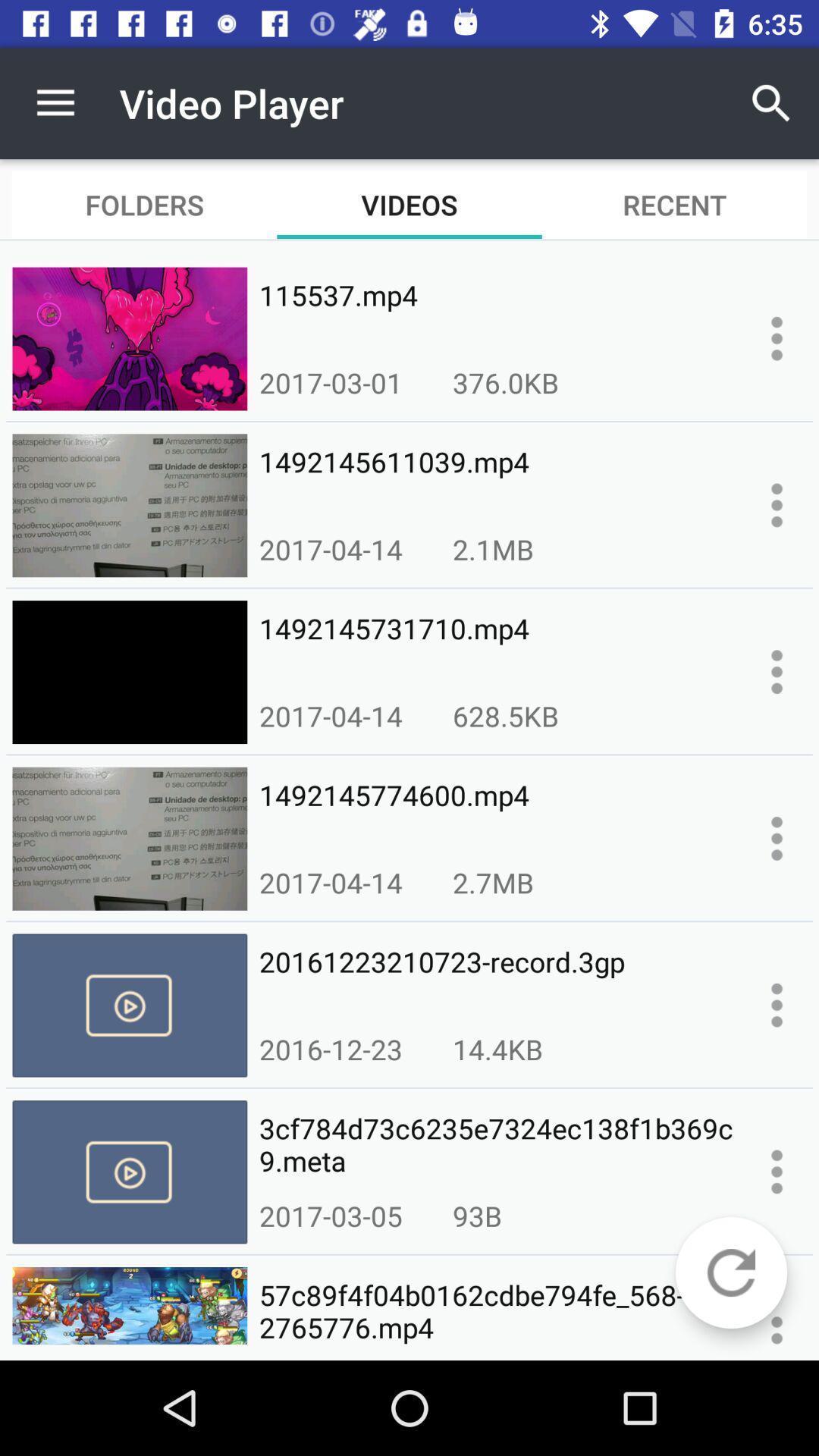  Describe the element at coordinates (506, 715) in the screenshot. I see `icon next to 2017-04-14 item` at that location.